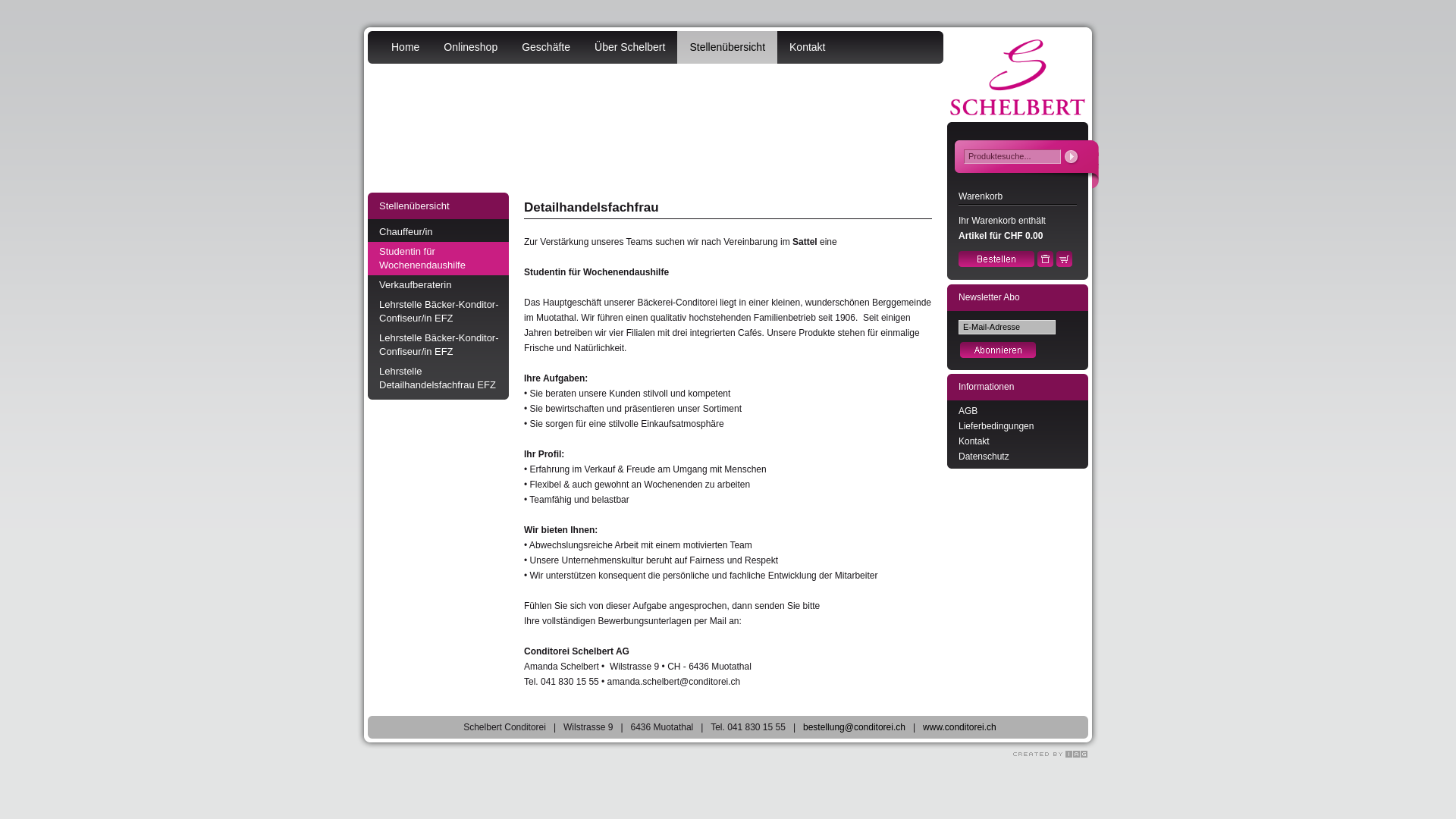  I want to click on 'Warenkorb Ansicht...', so click(1063, 262).